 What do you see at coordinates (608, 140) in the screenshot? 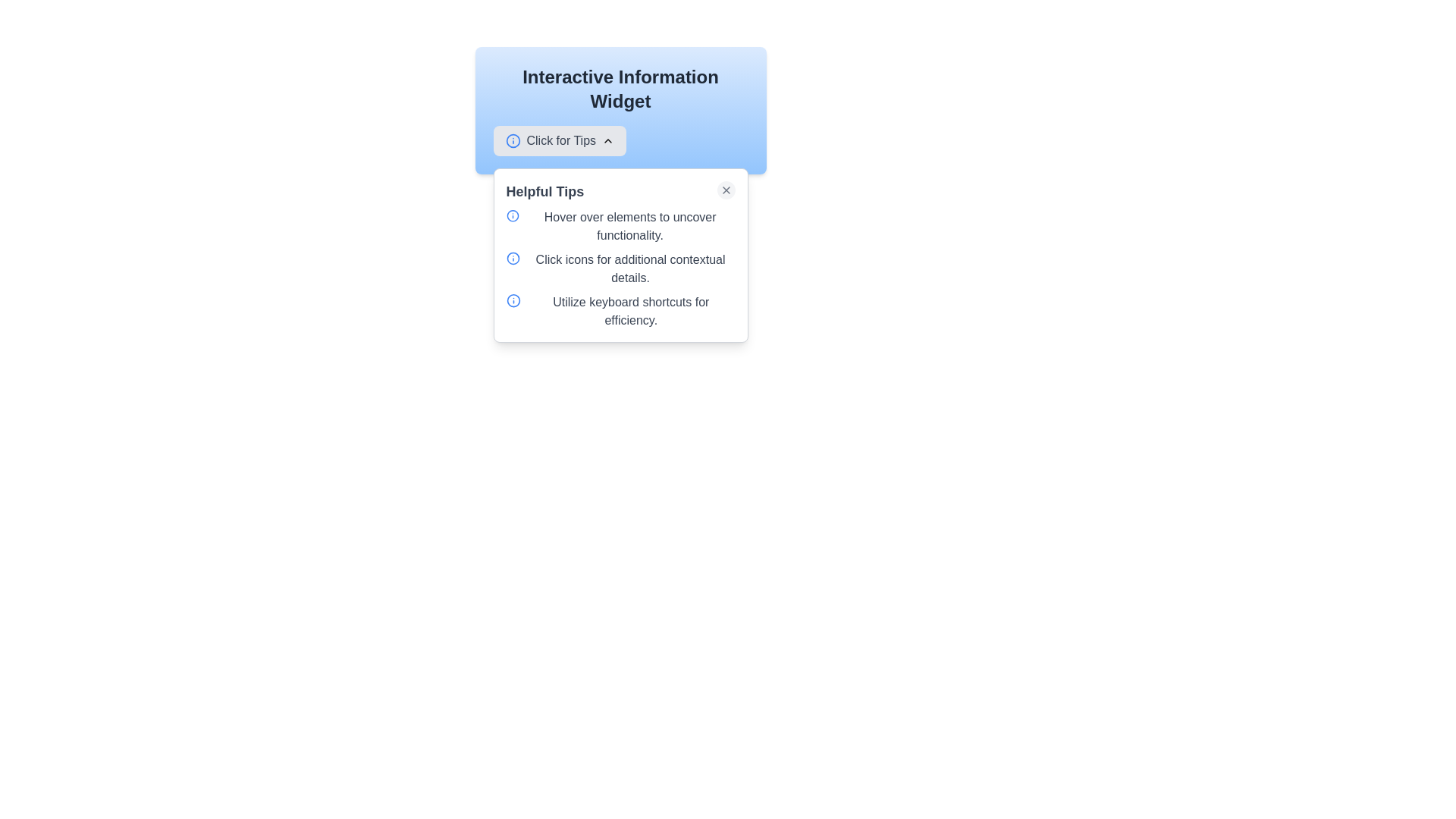
I see `the chevron up icon located next to the 'Click for Tips' text` at bounding box center [608, 140].